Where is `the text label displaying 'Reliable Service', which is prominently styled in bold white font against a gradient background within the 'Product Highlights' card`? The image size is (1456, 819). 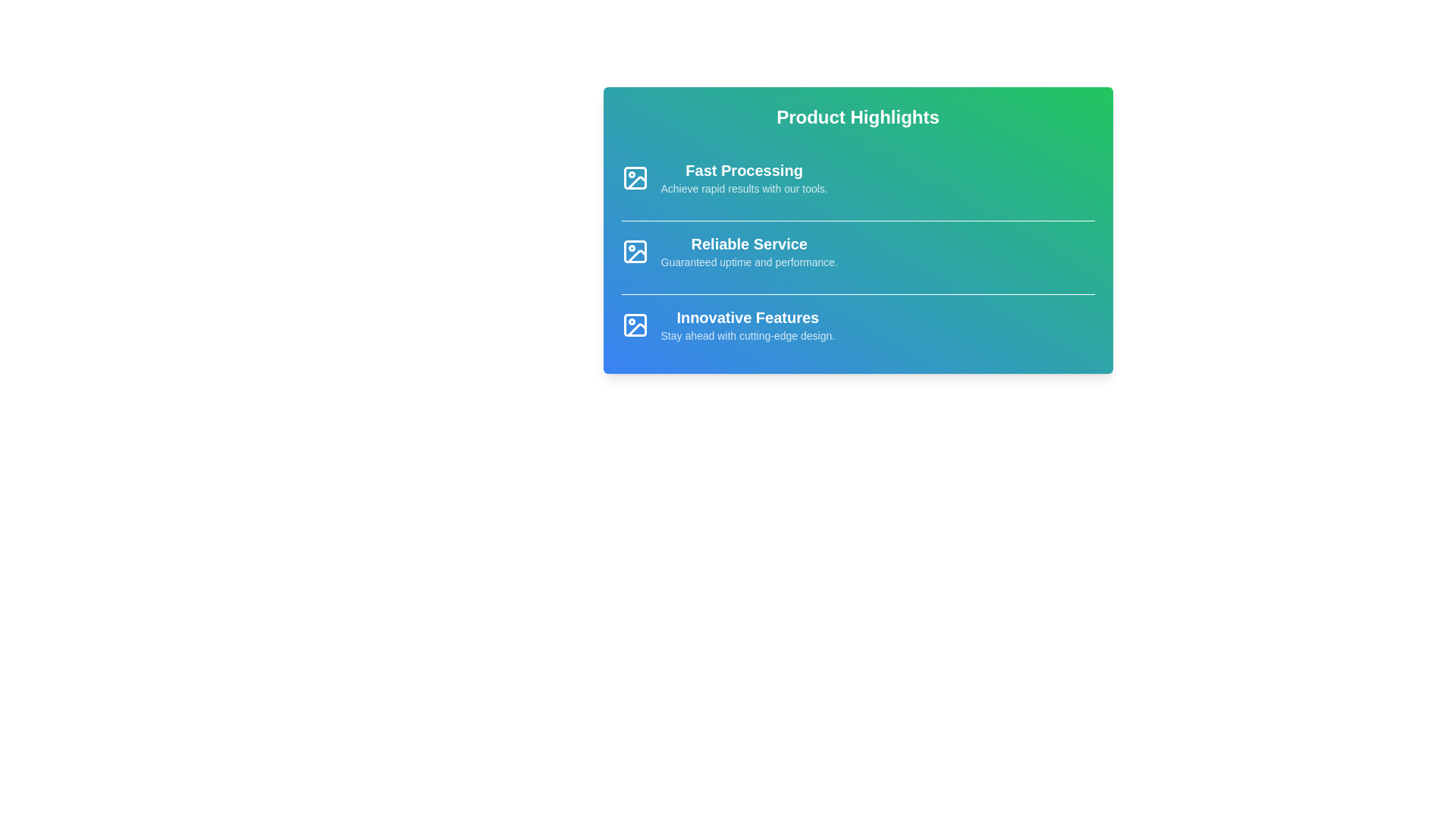 the text label displaying 'Reliable Service', which is prominently styled in bold white font against a gradient background within the 'Product Highlights' card is located at coordinates (749, 243).